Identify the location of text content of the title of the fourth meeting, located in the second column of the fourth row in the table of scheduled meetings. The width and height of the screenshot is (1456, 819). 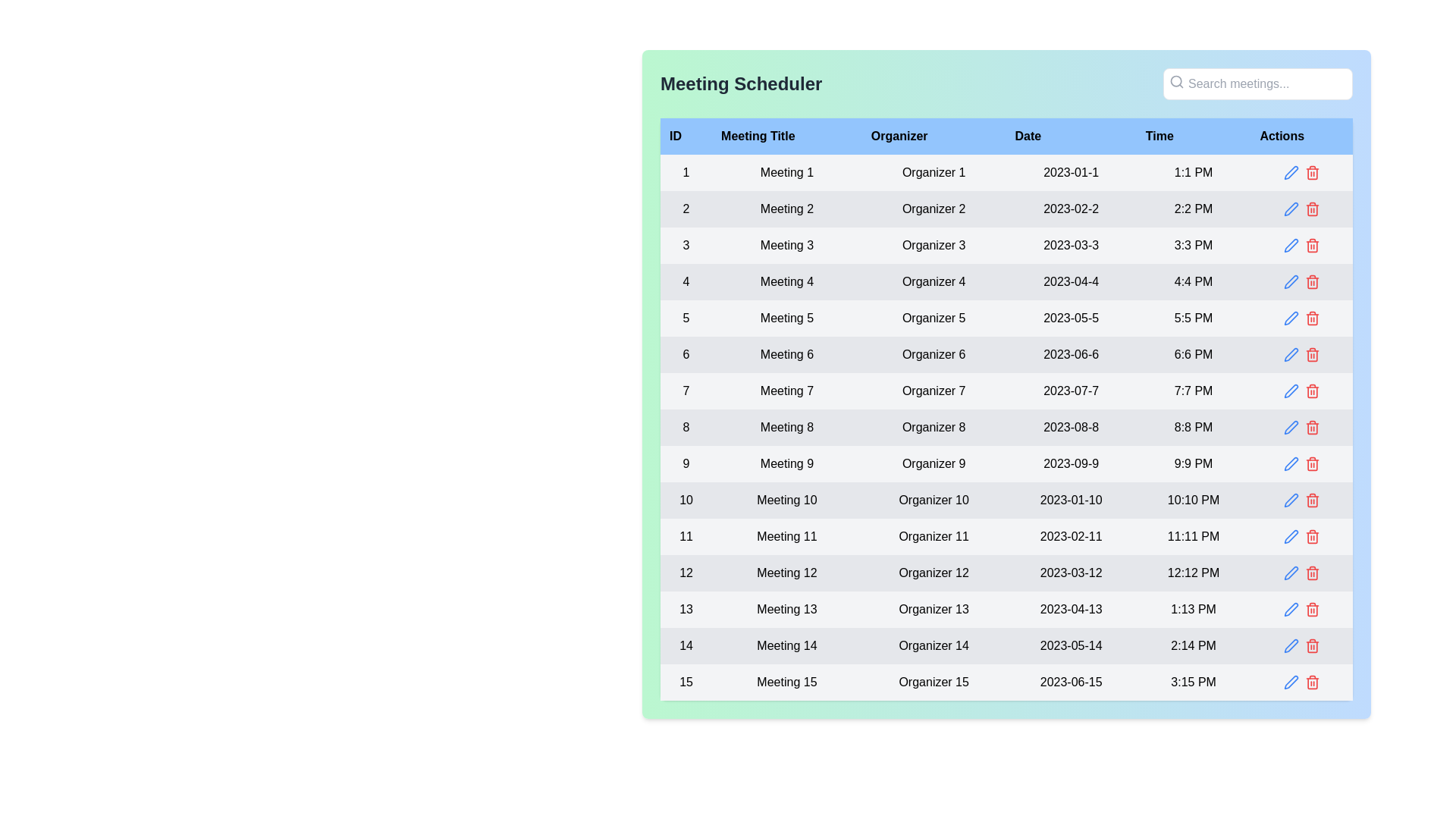
(786, 281).